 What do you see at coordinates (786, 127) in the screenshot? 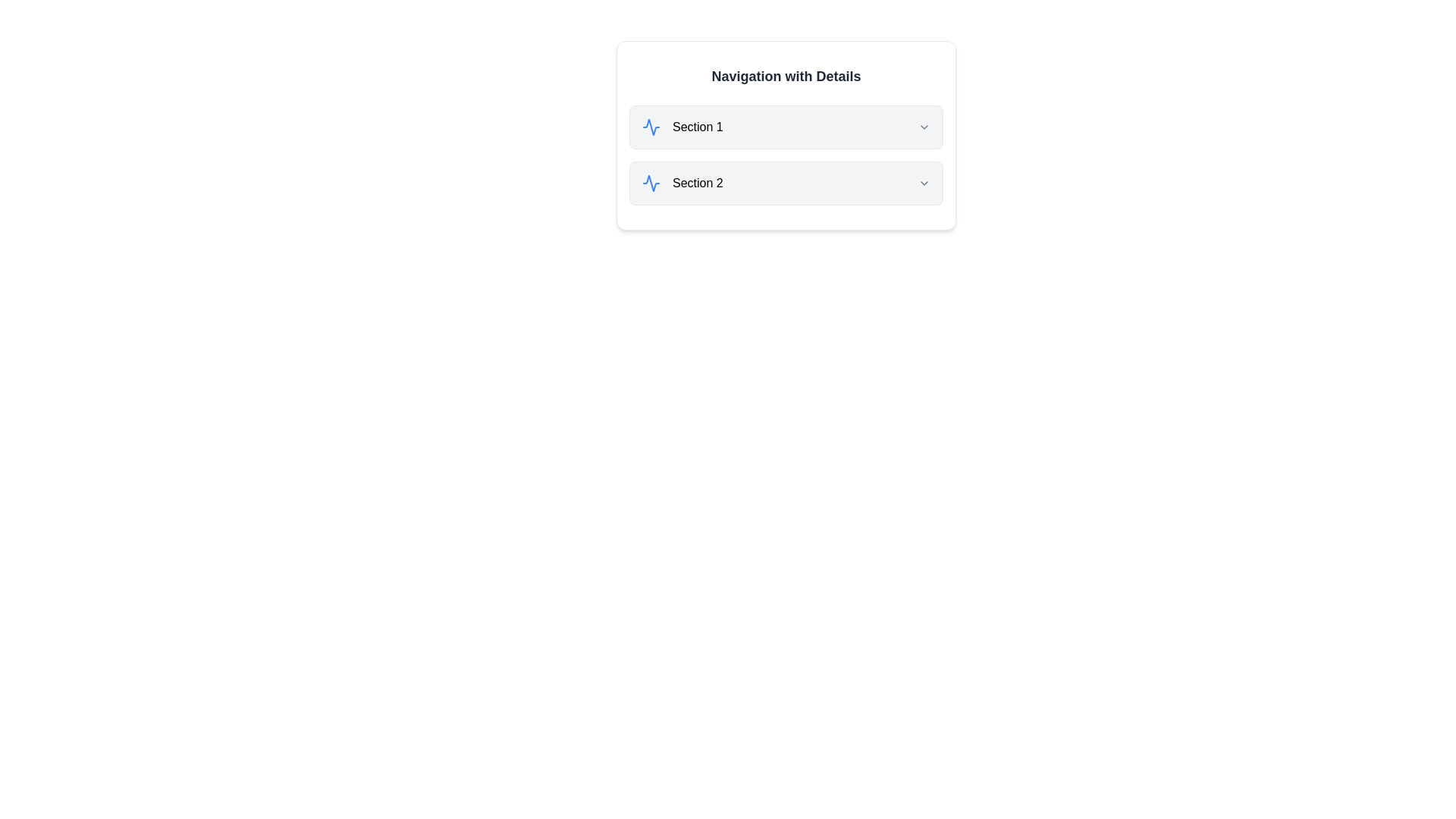
I see `the Collapsible header labeled 'Section 1'` at bounding box center [786, 127].